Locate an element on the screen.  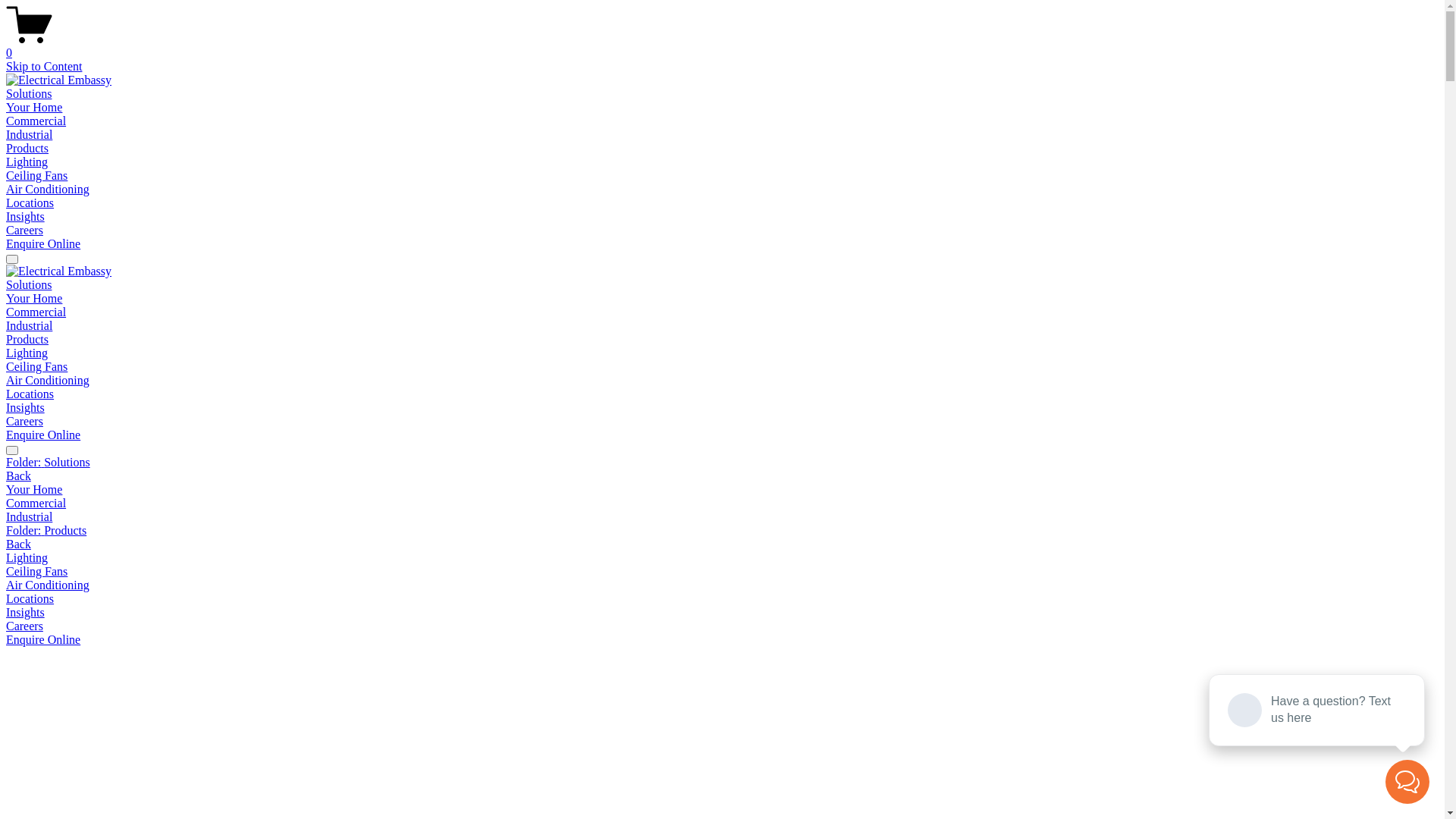
'Ceiling Fans' is located at coordinates (36, 174).